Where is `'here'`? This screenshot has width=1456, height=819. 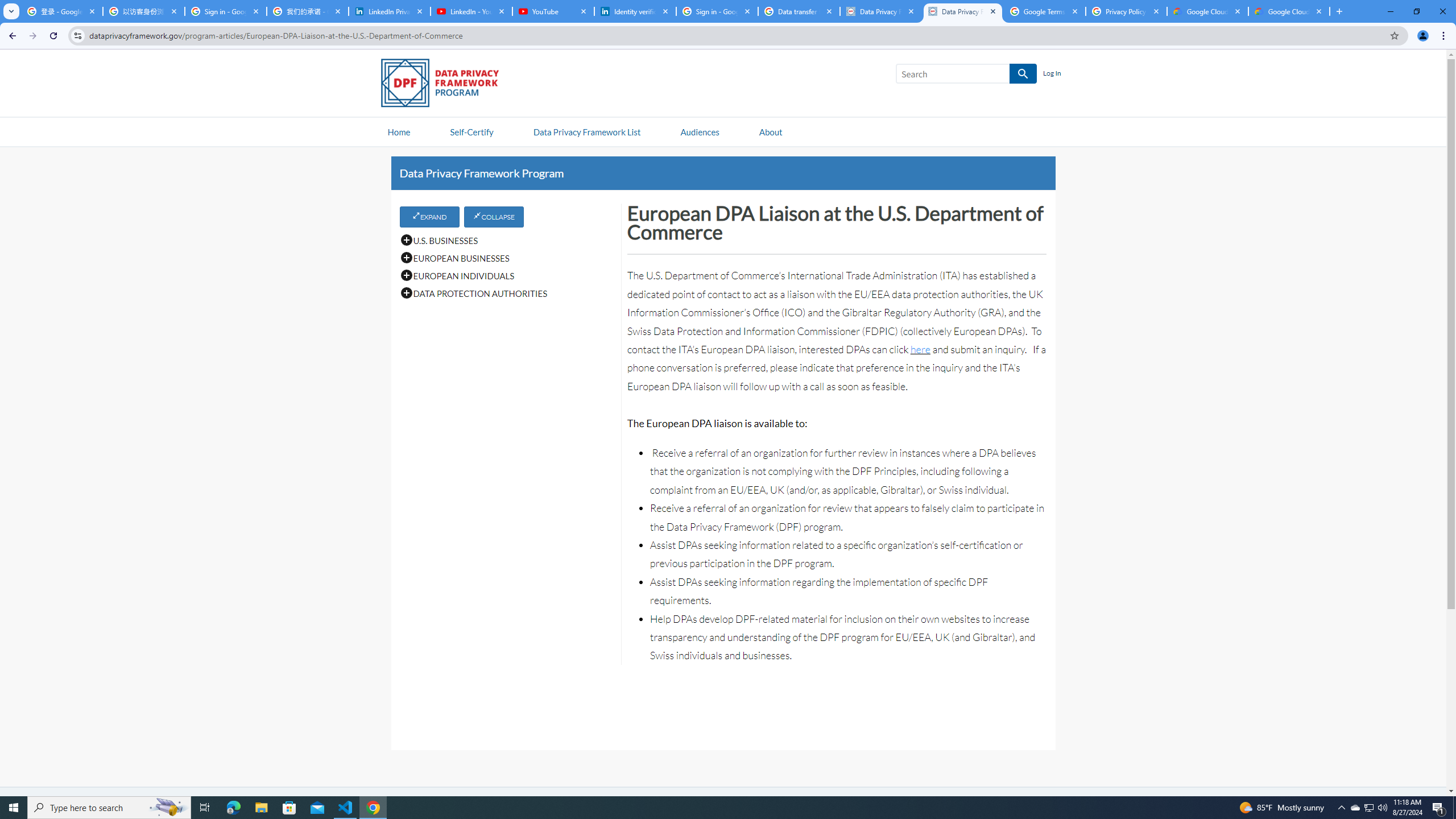 'here' is located at coordinates (920, 349).